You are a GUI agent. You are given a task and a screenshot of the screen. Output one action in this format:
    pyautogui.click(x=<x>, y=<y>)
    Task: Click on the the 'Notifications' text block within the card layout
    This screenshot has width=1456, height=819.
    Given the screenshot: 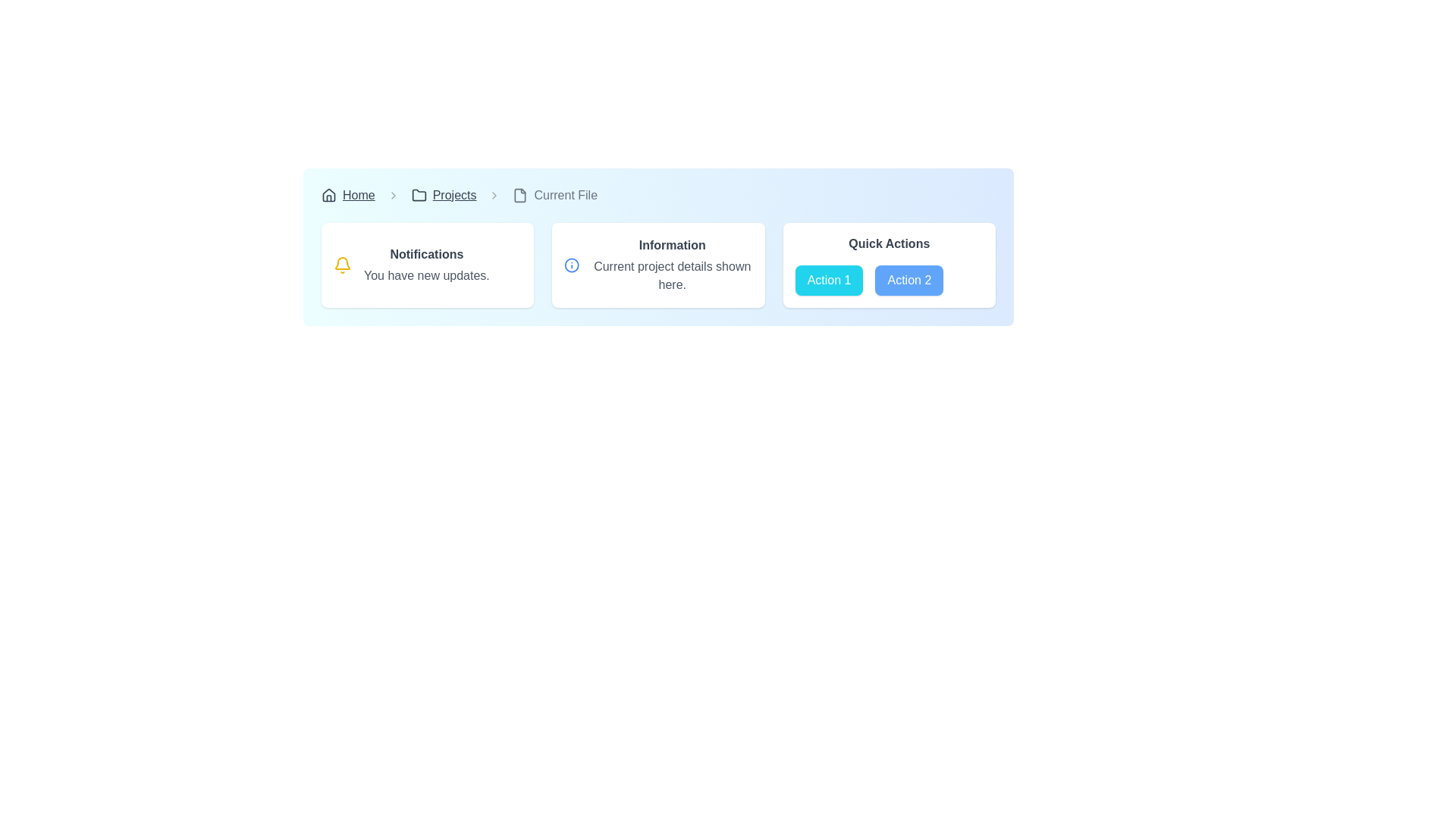 What is the action you would take?
    pyautogui.click(x=425, y=265)
    